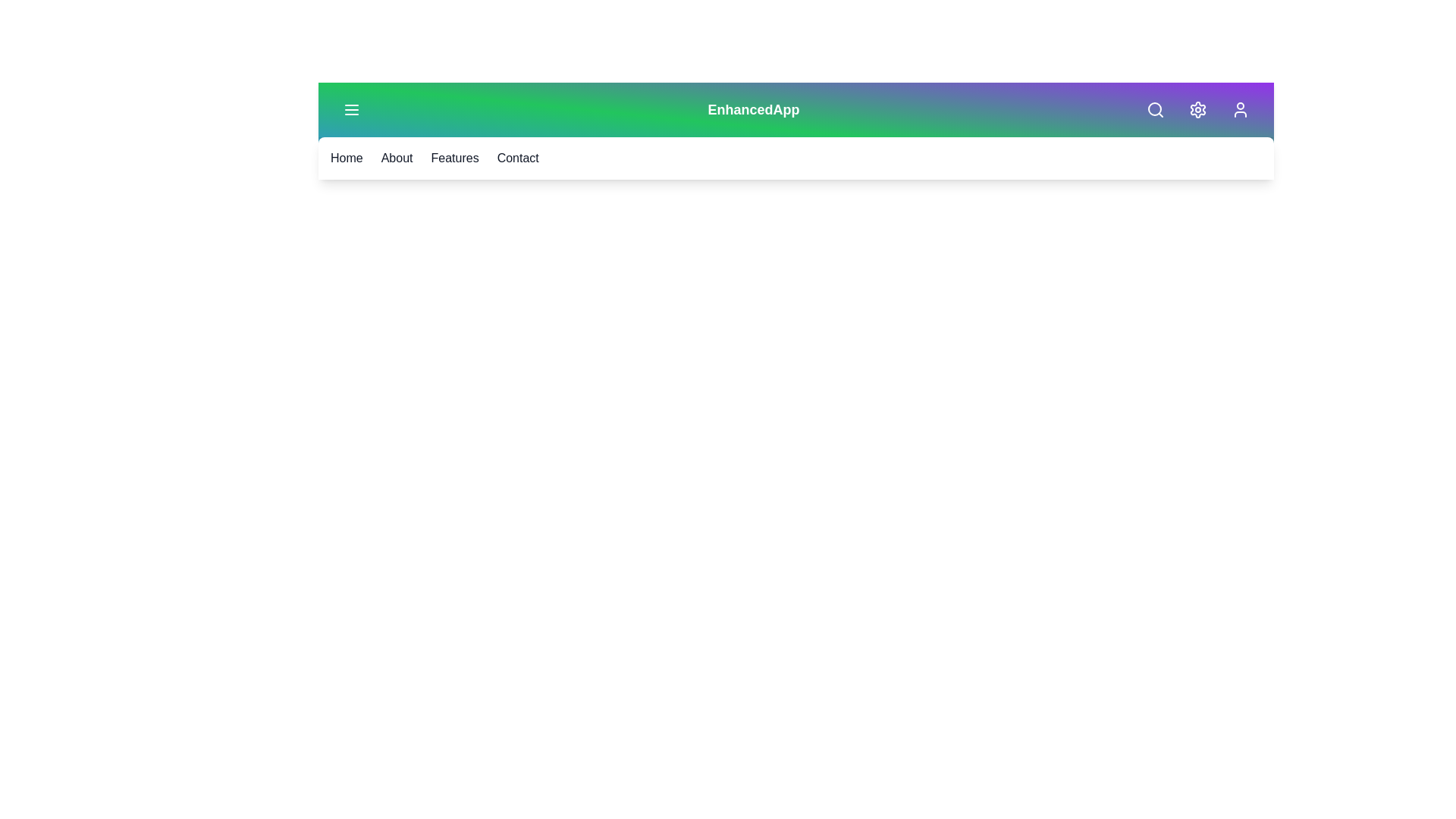 The image size is (1456, 819). Describe the element at coordinates (1154, 109) in the screenshot. I see `the 'Search' icon located on the top-right corner of the app bar` at that location.